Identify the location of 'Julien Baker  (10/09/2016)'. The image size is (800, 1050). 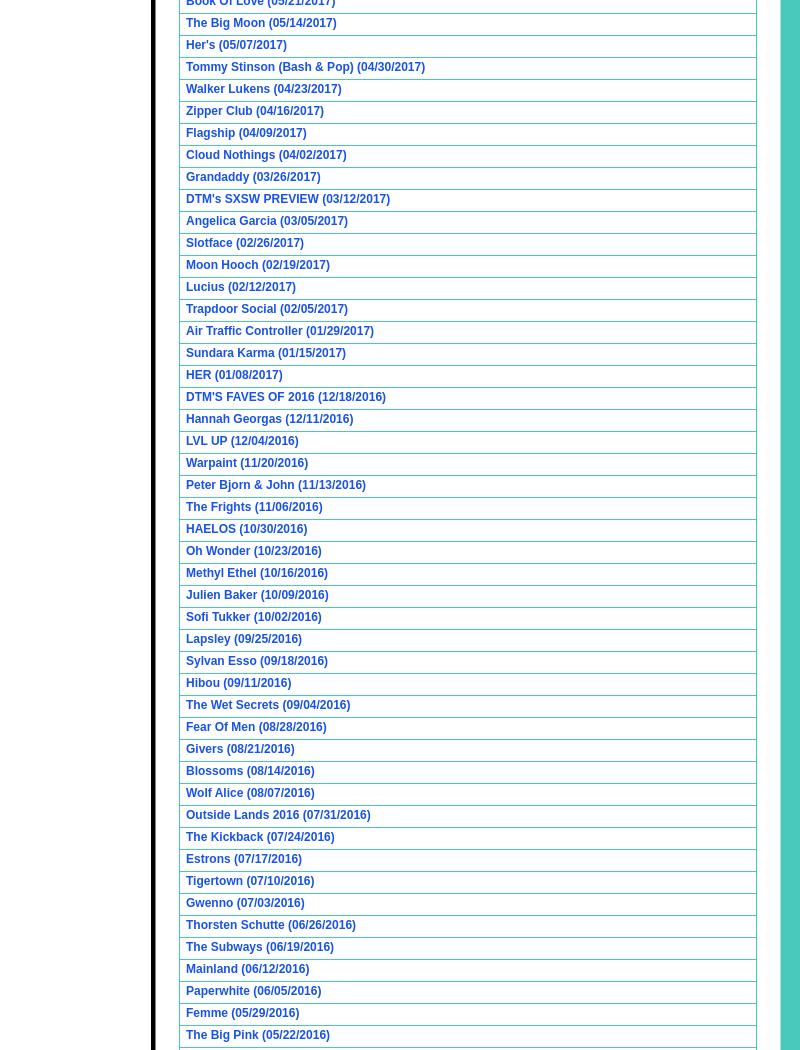
(255, 594).